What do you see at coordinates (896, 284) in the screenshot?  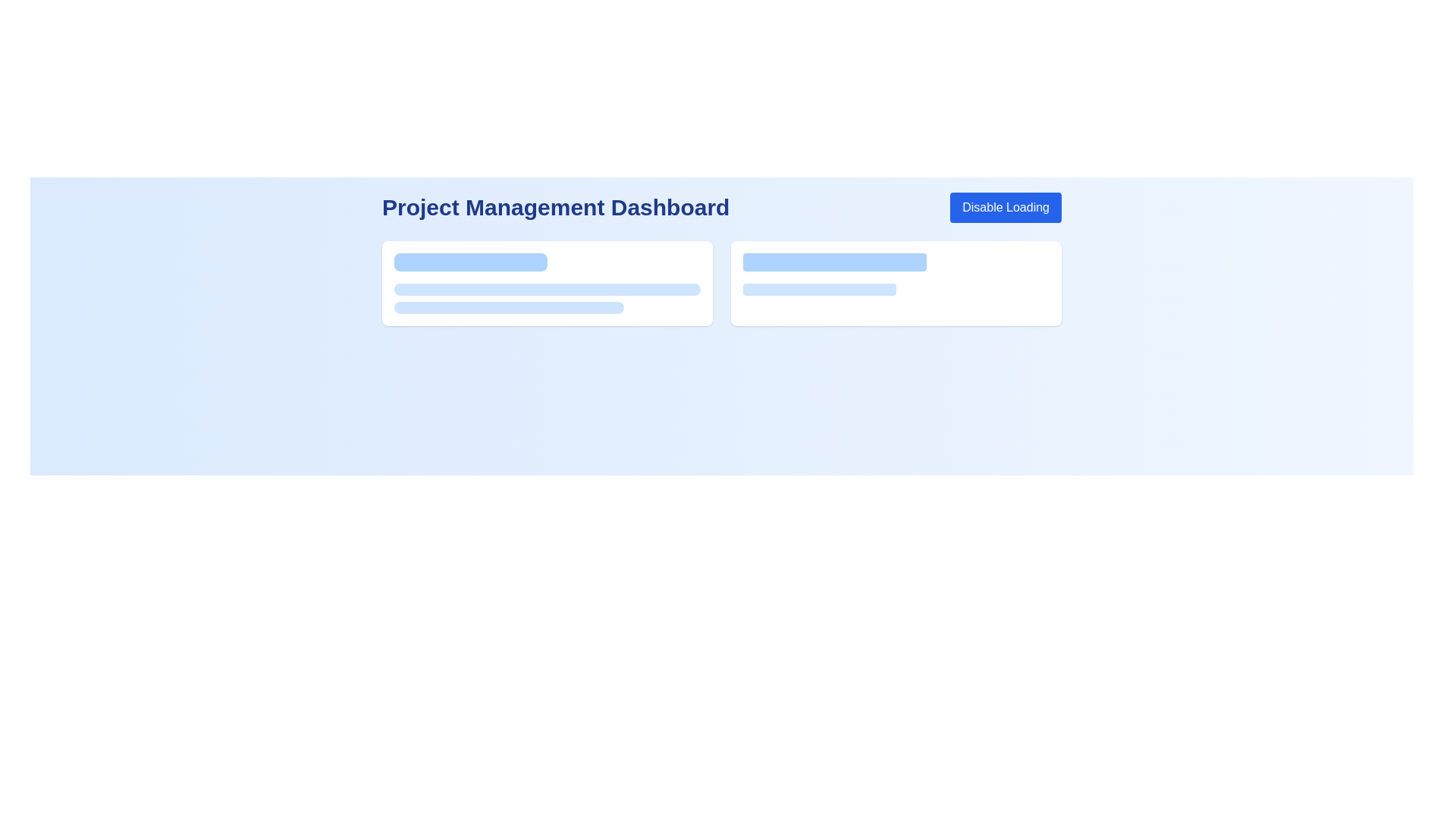 I see `the card component located in the right column of the layout, which has a white background and blue horizontal bars, starting from its center point` at bounding box center [896, 284].